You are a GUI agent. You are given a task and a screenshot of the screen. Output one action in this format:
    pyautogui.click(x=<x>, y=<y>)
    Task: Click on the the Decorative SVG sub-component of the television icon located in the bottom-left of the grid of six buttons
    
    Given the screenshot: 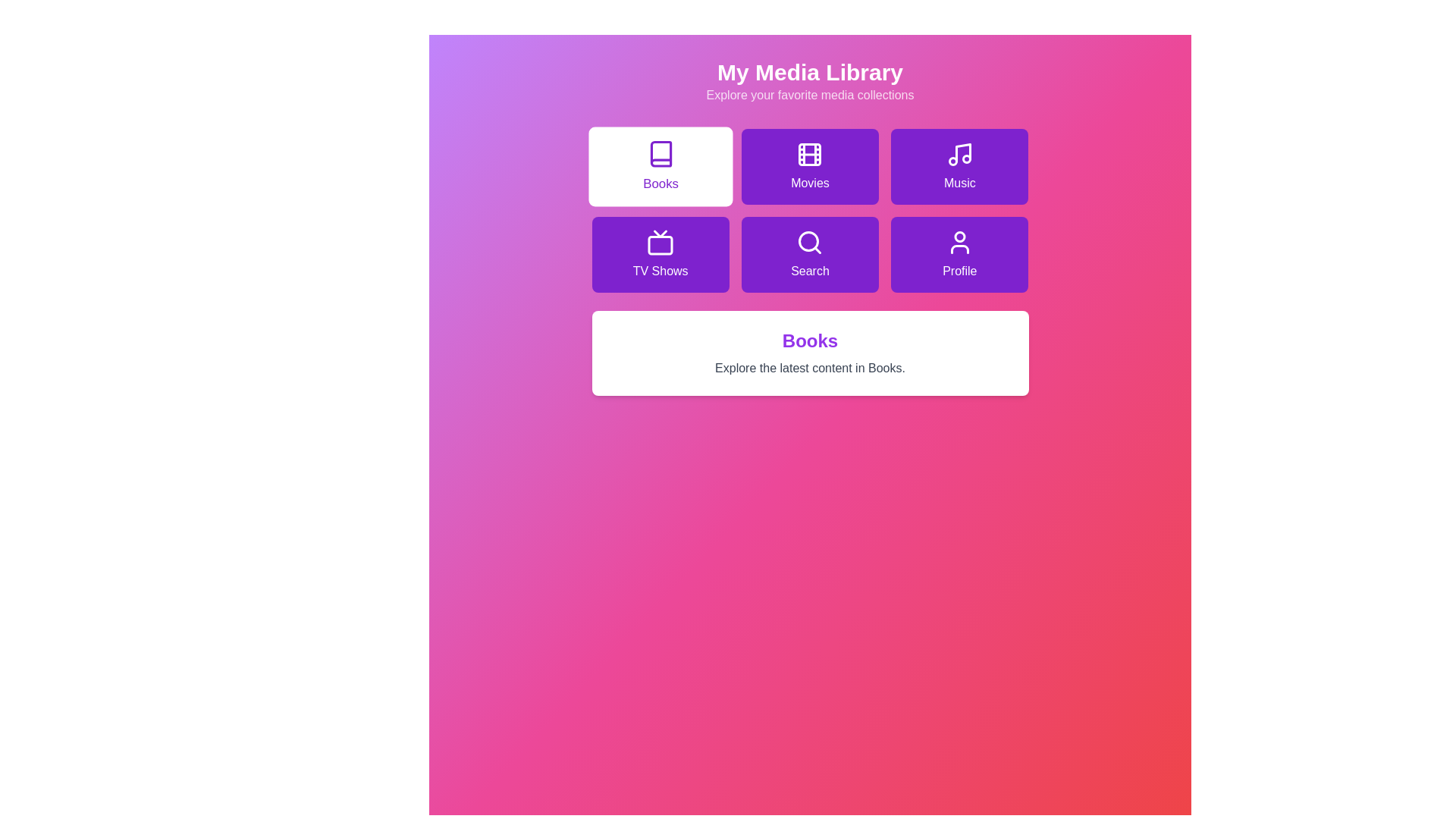 What is the action you would take?
    pyautogui.click(x=661, y=244)
    